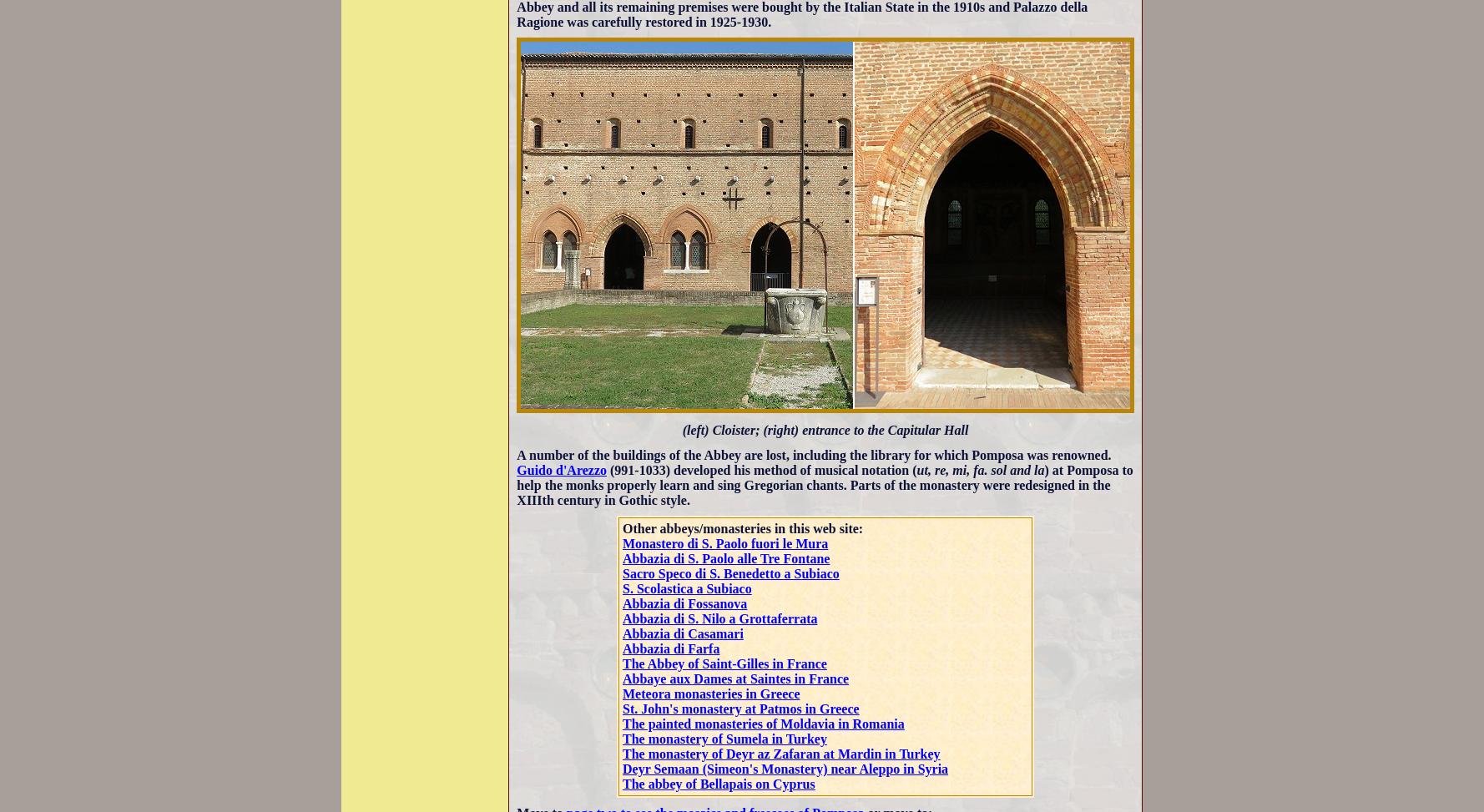 This screenshot has width=1484, height=812. Describe the element at coordinates (719, 618) in the screenshot. I see `'Abbazia di S. Nilo a Grottaferrata'` at that location.